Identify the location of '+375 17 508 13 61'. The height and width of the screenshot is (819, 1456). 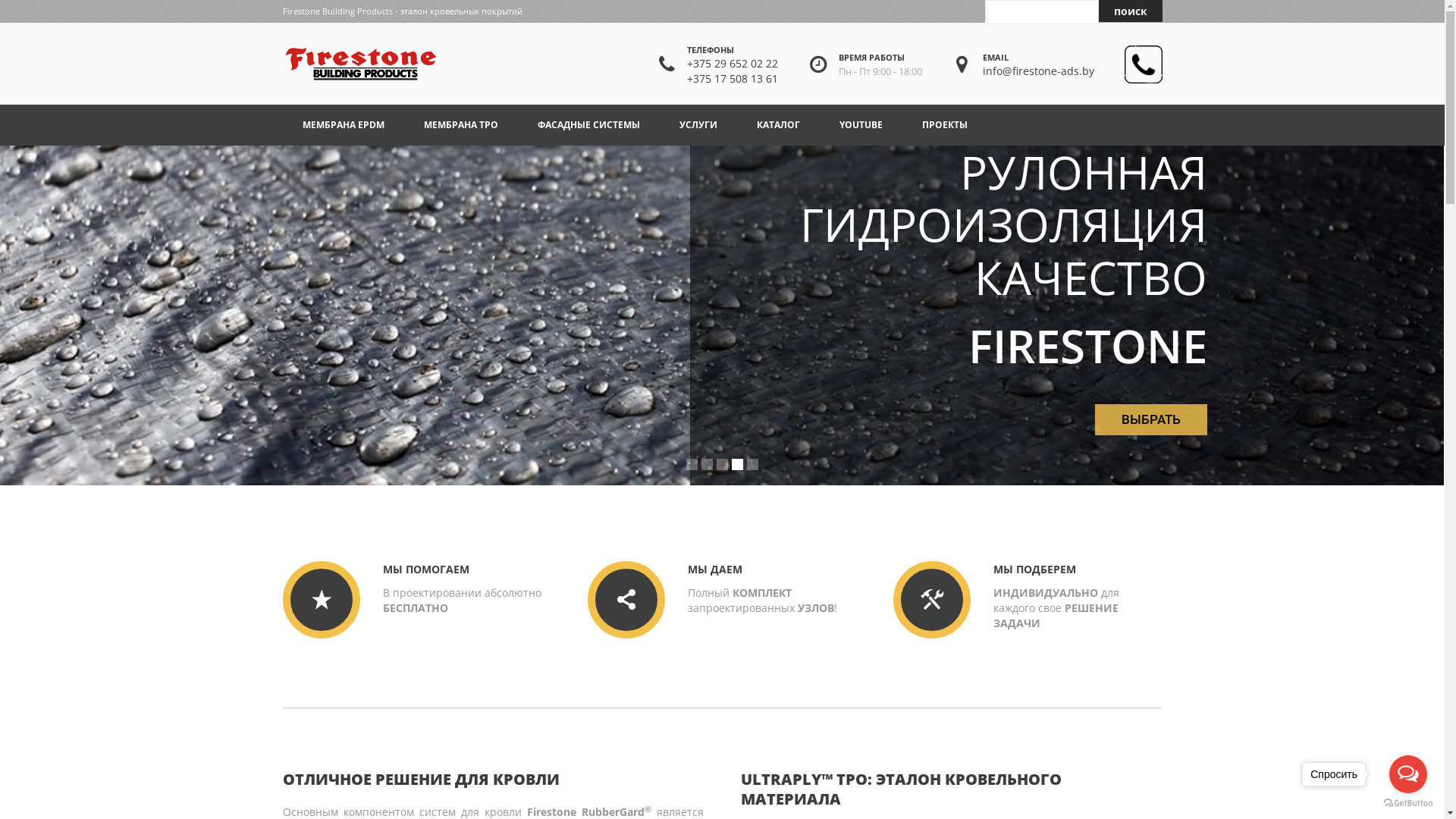
(686, 78).